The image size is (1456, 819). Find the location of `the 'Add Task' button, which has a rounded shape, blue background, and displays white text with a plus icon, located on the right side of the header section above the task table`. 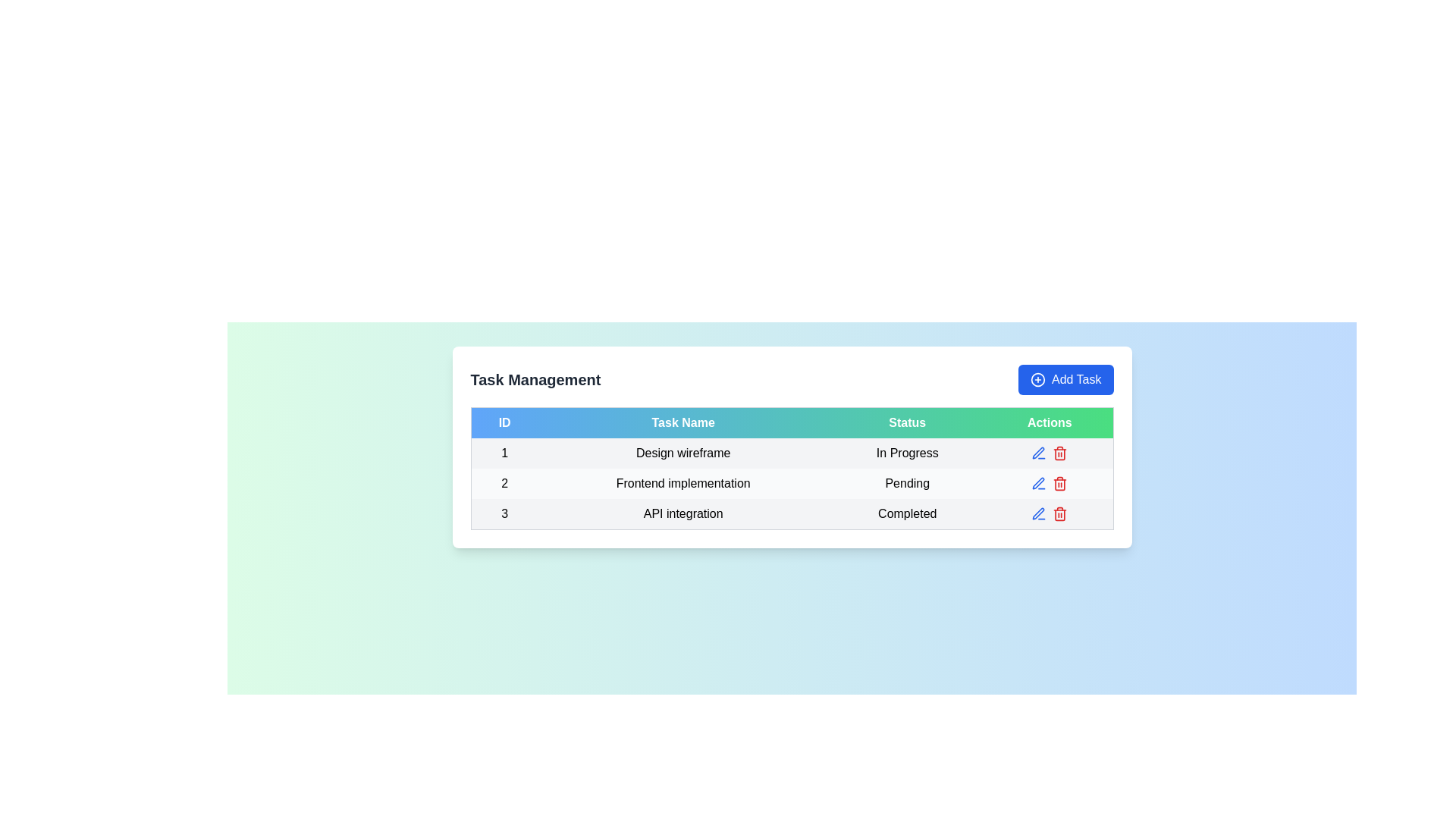

the 'Add Task' button, which has a rounded shape, blue background, and displays white text with a plus icon, located on the right side of the header section above the task table is located at coordinates (1065, 379).